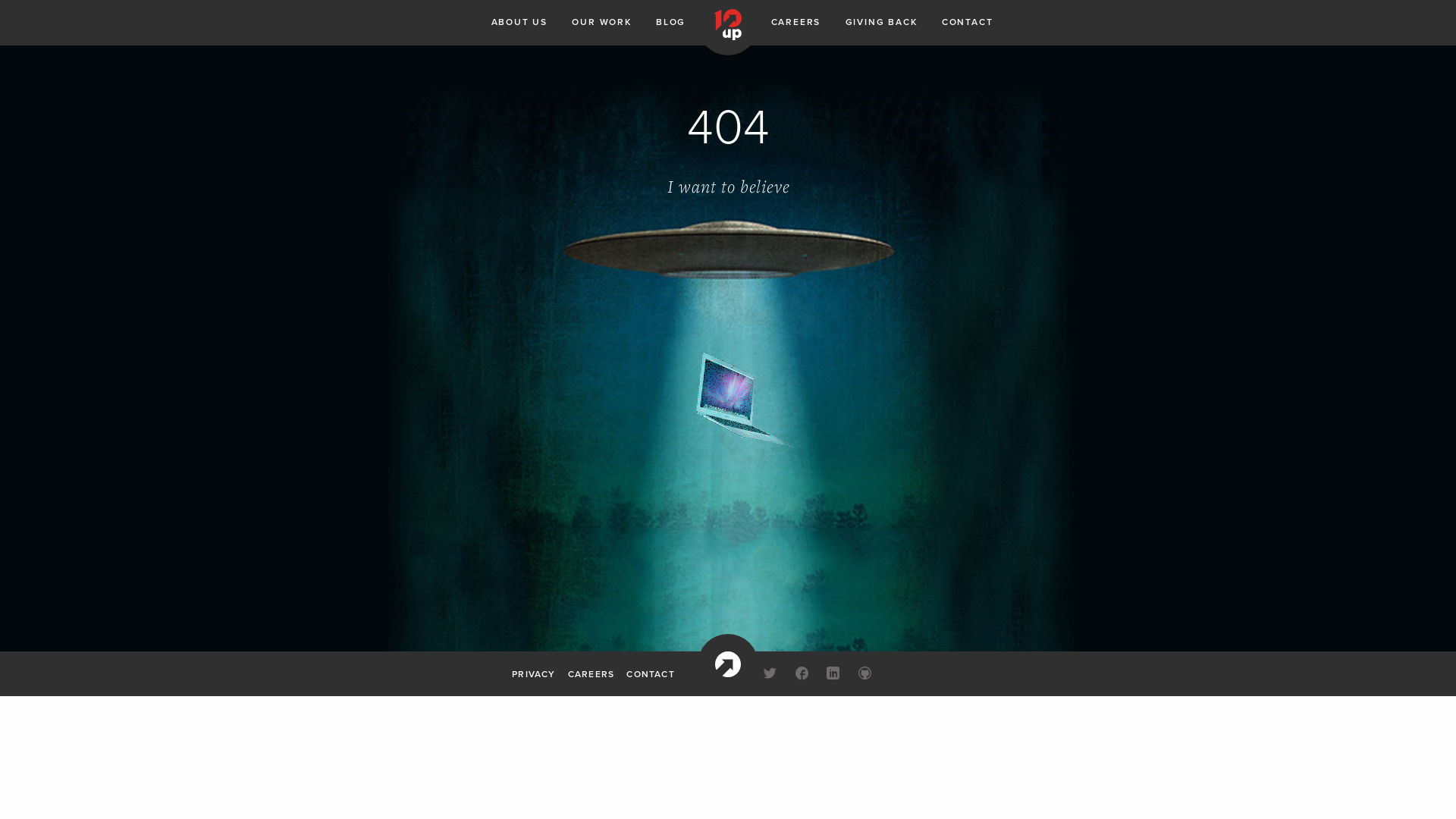 The height and width of the screenshot is (819, 1456). I want to click on 'PRIVACY', so click(533, 672).